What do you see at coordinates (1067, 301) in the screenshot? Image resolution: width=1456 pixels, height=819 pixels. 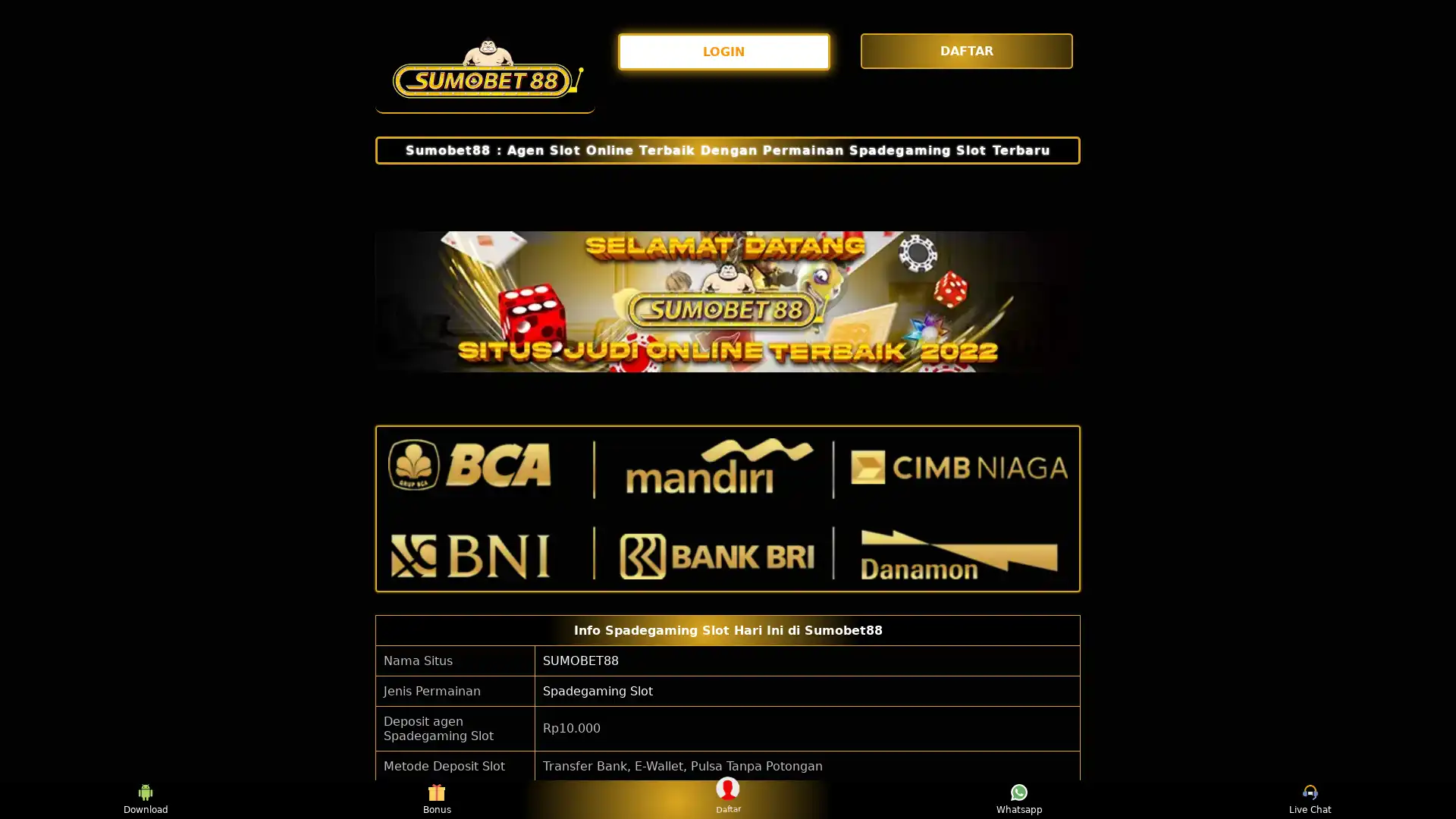 I see `Next item in carousel (1 of 1)` at bounding box center [1067, 301].